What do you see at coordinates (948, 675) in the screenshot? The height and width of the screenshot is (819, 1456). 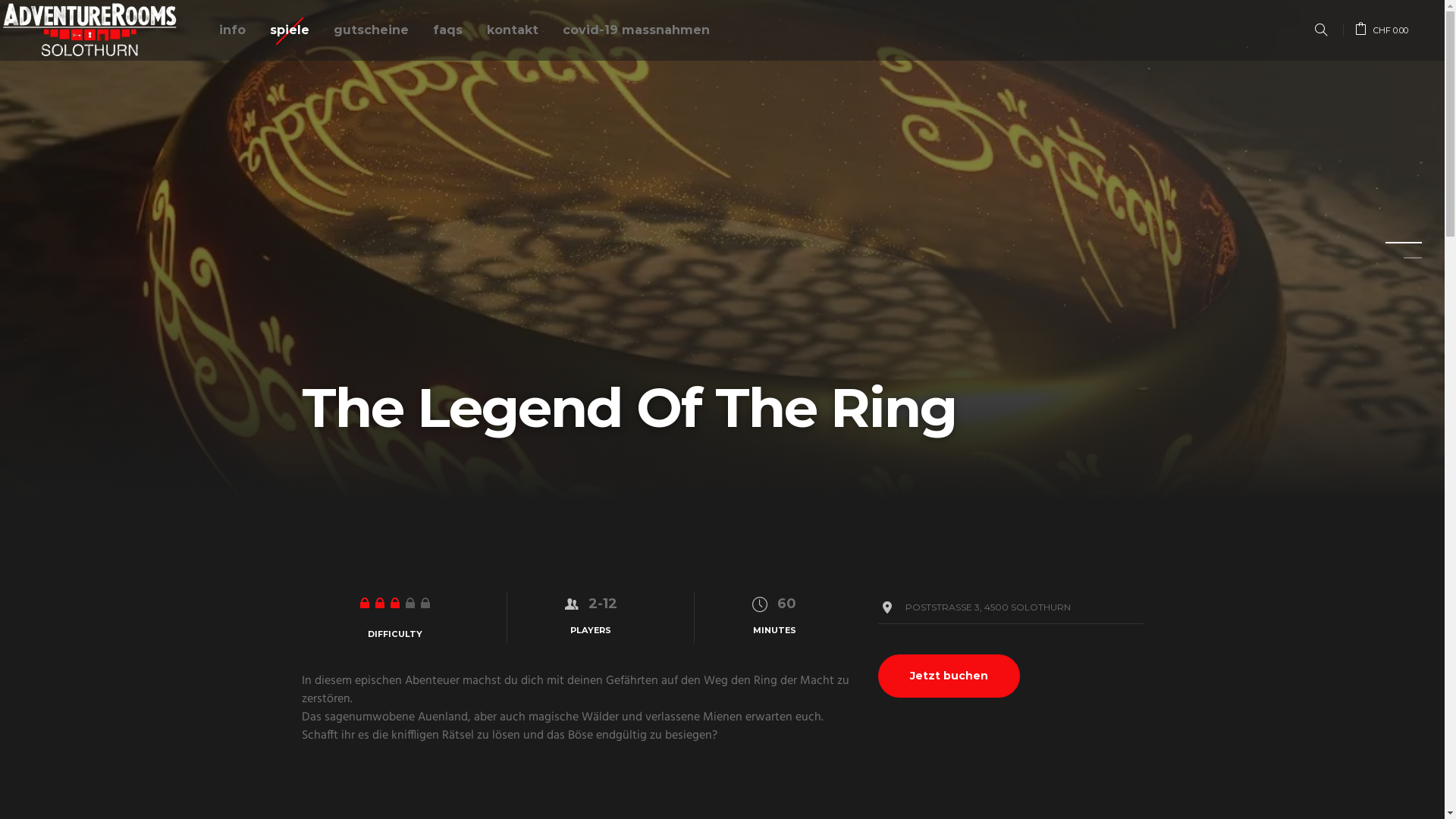 I see `'Jetzt buchen'` at bounding box center [948, 675].